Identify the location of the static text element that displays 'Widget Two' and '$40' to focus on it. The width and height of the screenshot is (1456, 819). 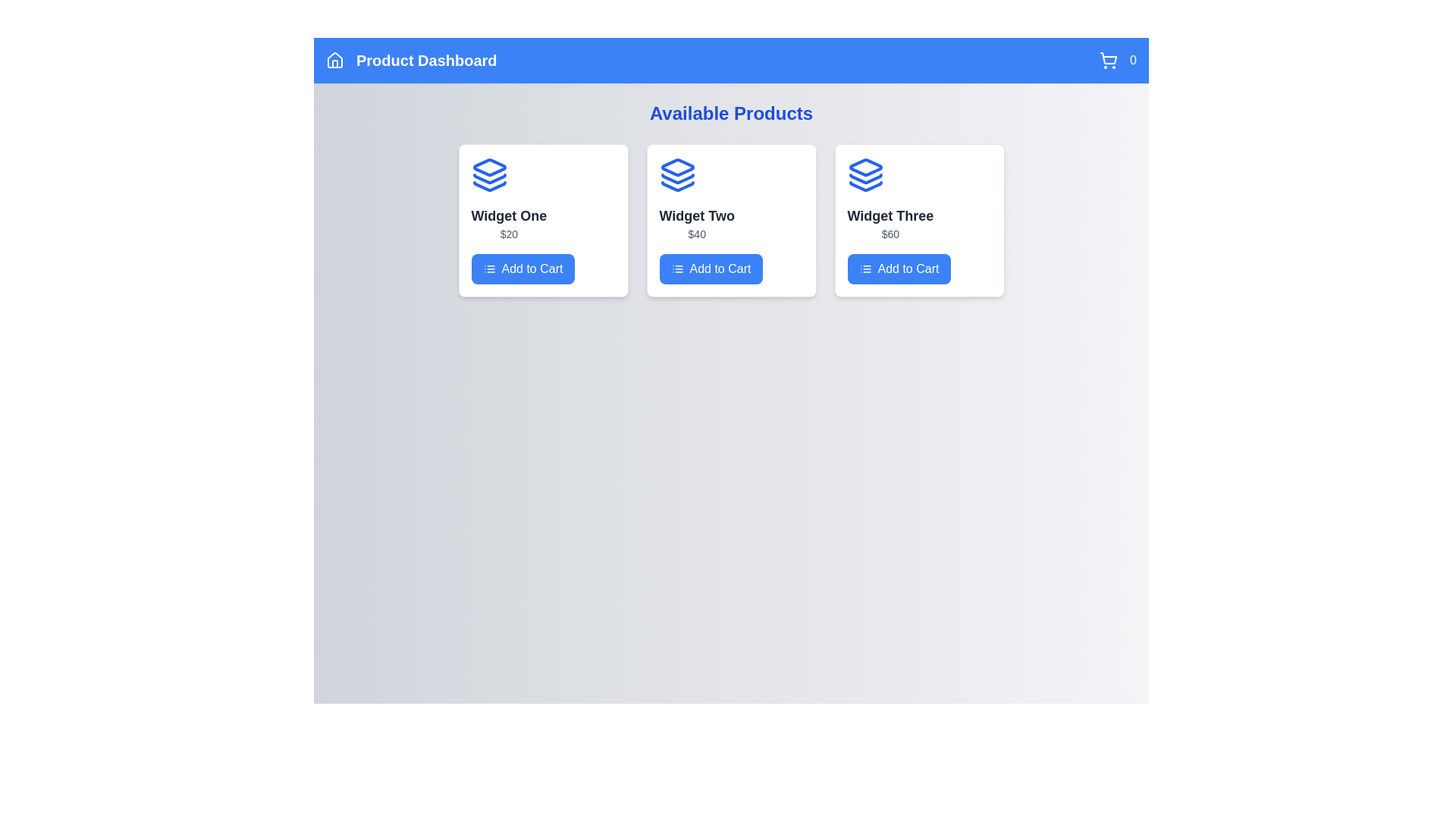
(696, 223).